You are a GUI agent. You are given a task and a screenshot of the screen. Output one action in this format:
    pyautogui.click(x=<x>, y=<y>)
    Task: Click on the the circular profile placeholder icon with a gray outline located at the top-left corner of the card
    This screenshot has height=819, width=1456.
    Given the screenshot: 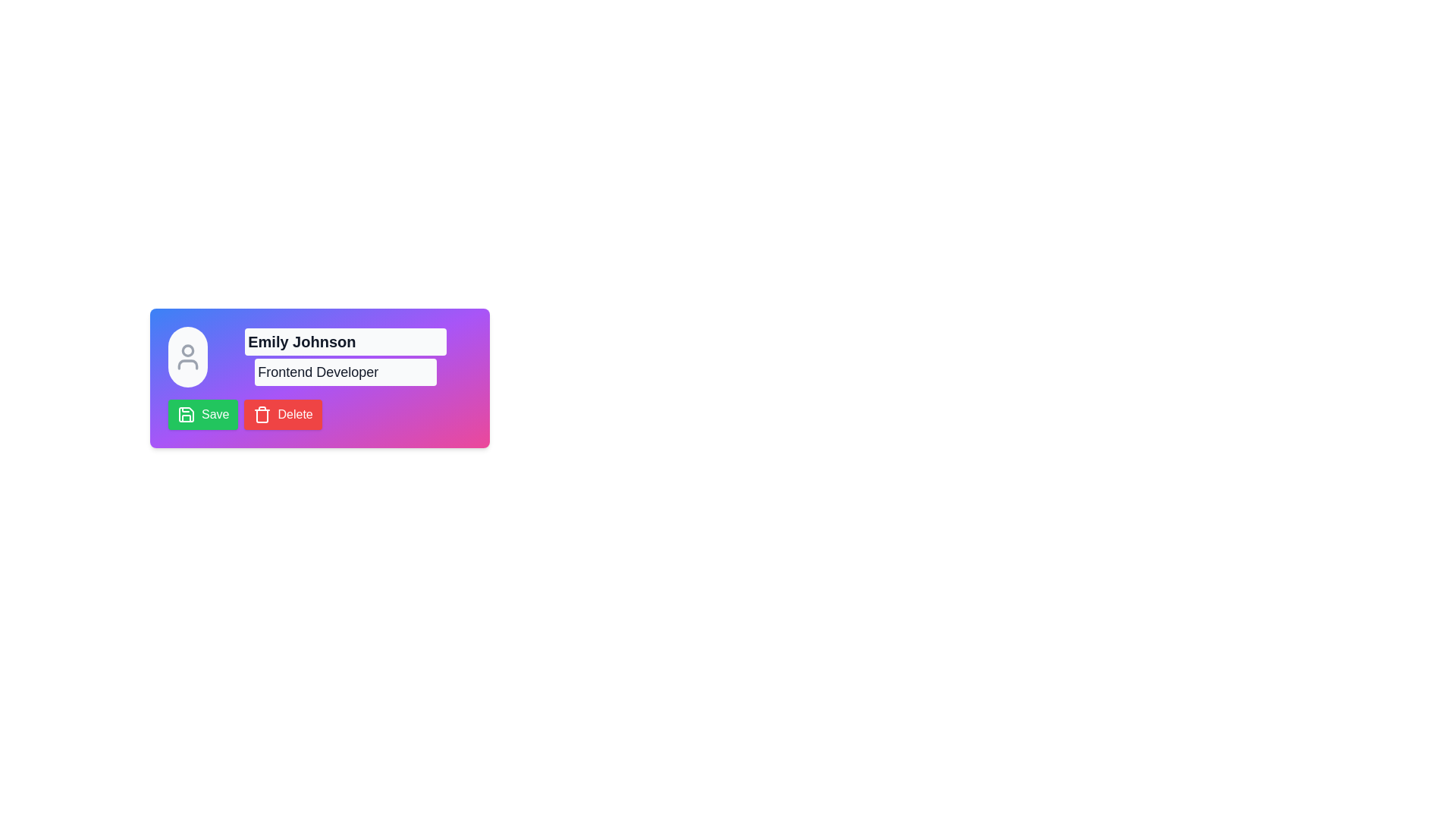 What is the action you would take?
    pyautogui.click(x=187, y=356)
    